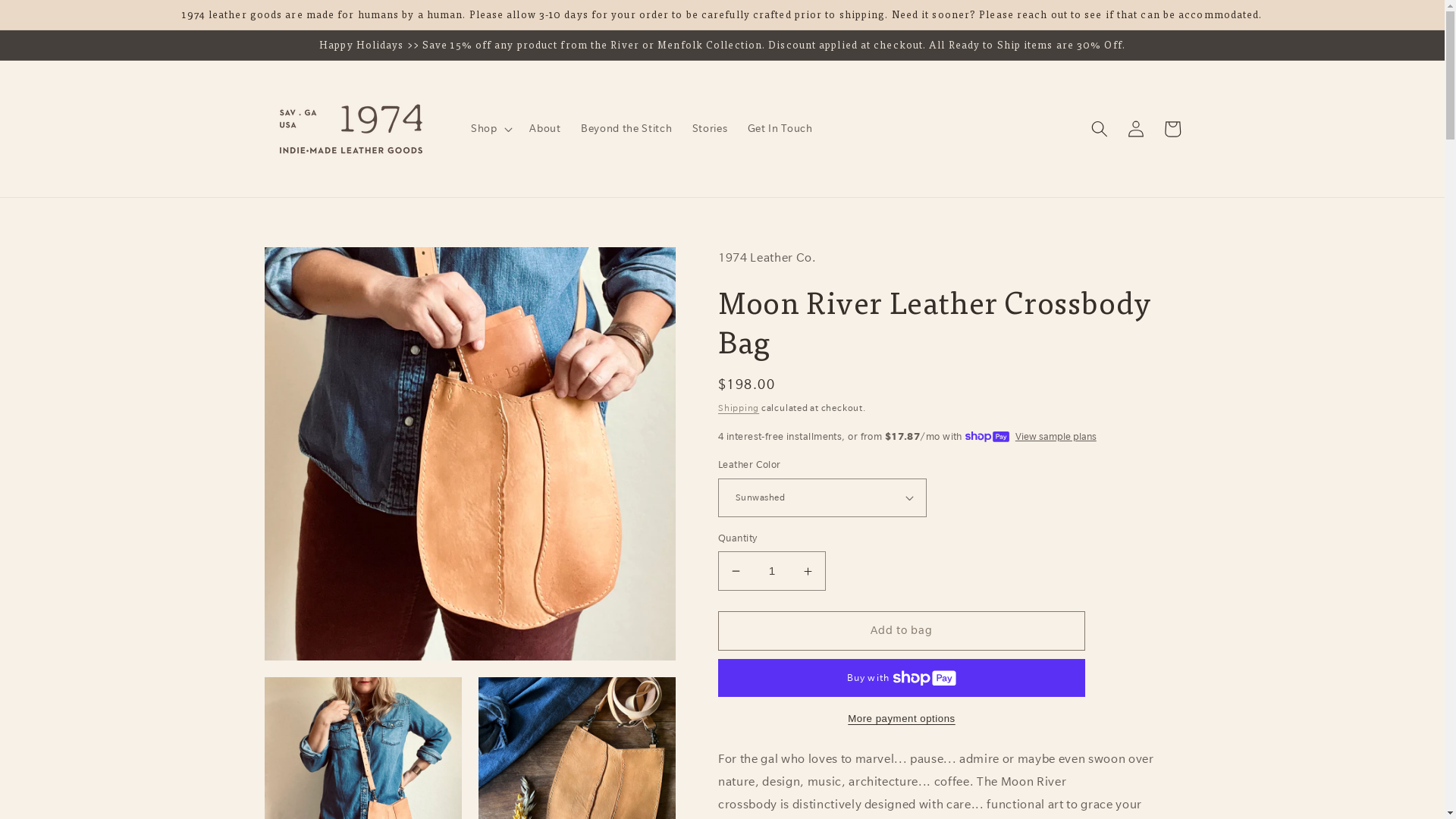  I want to click on 'Add to bag', so click(902, 631).